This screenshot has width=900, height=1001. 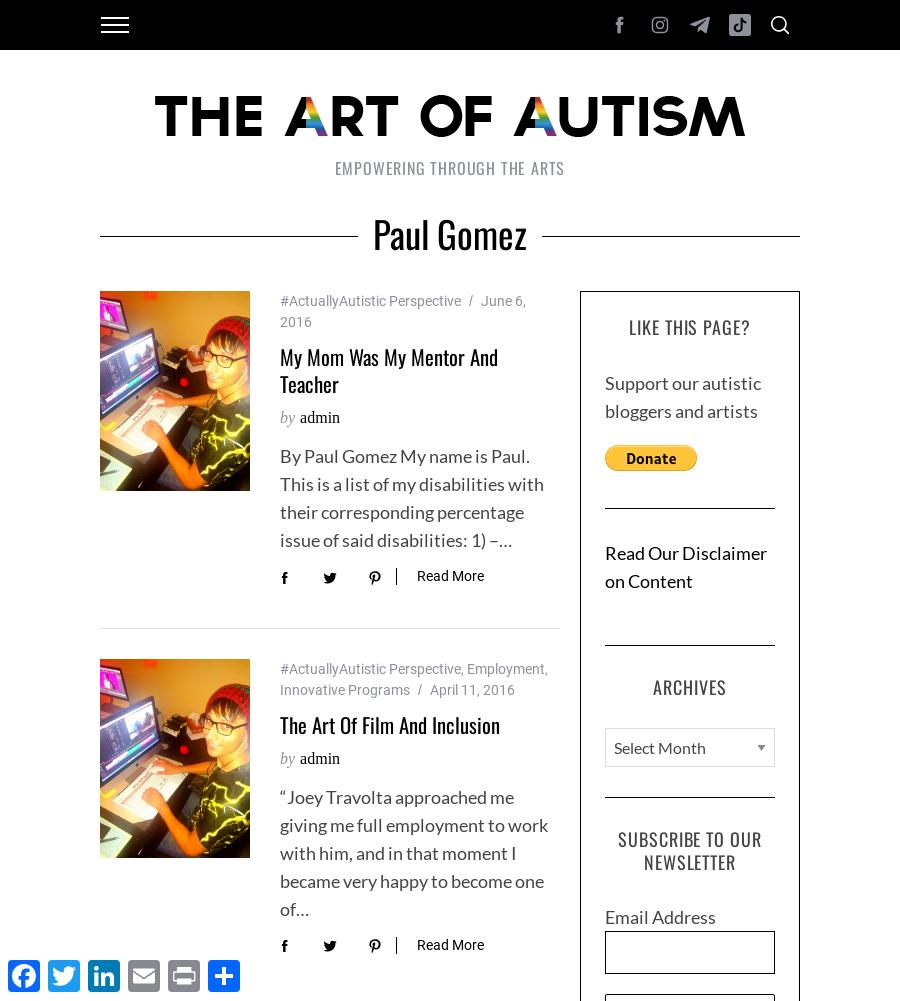 What do you see at coordinates (344, 687) in the screenshot?
I see `'Innovative Programs'` at bounding box center [344, 687].